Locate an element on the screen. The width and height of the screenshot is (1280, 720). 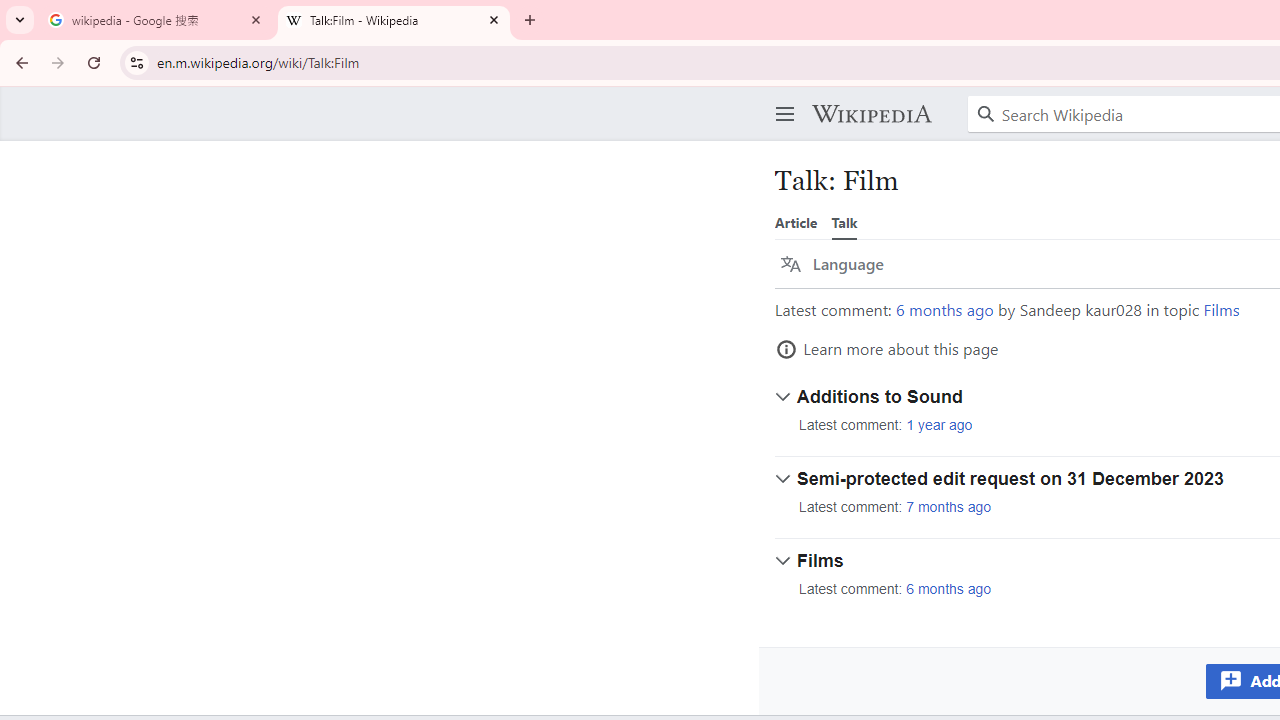
'7 months ago' is located at coordinates (948, 506).